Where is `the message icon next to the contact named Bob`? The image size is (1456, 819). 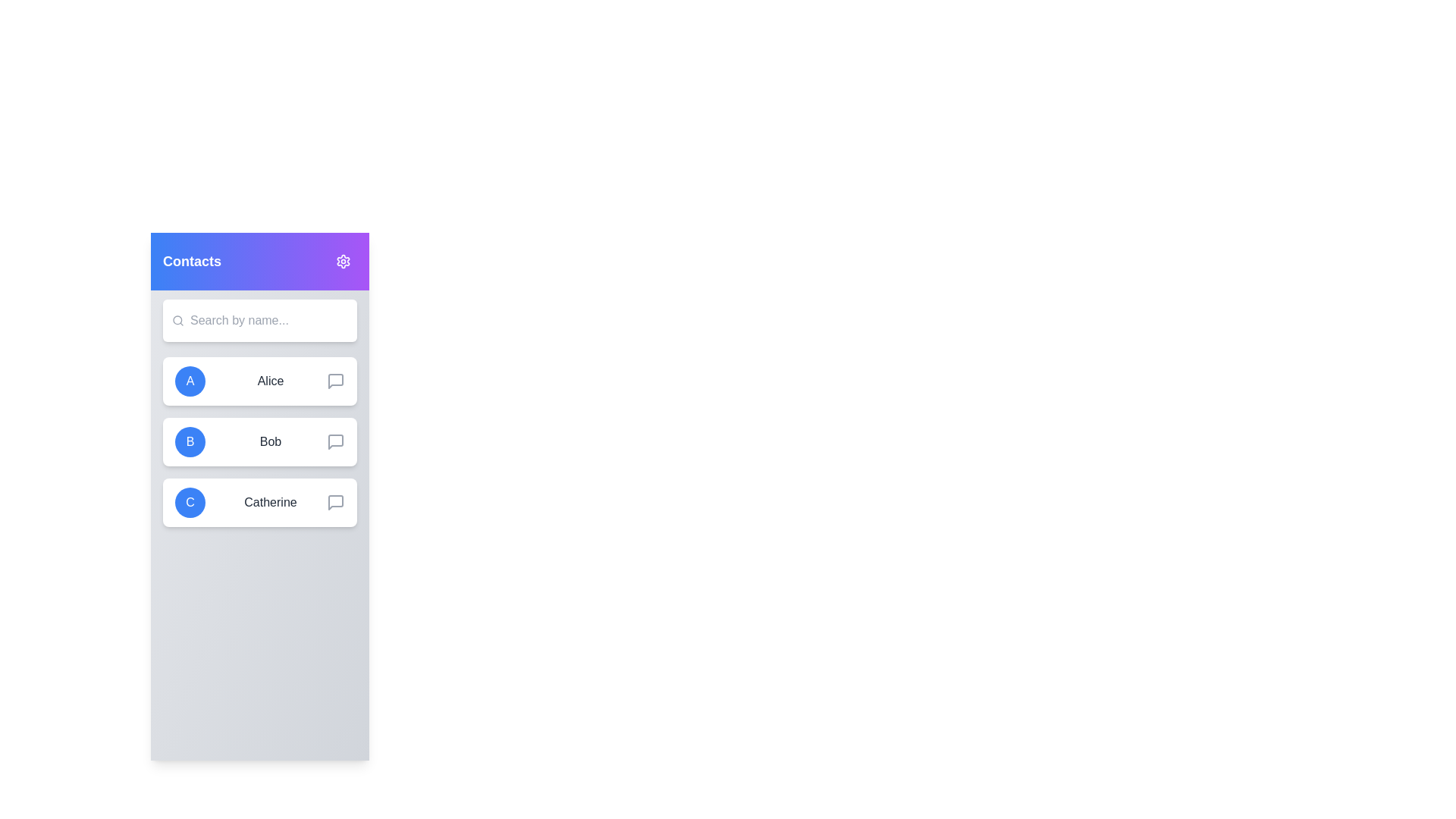
the message icon next to the contact named Bob is located at coordinates (334, 441).